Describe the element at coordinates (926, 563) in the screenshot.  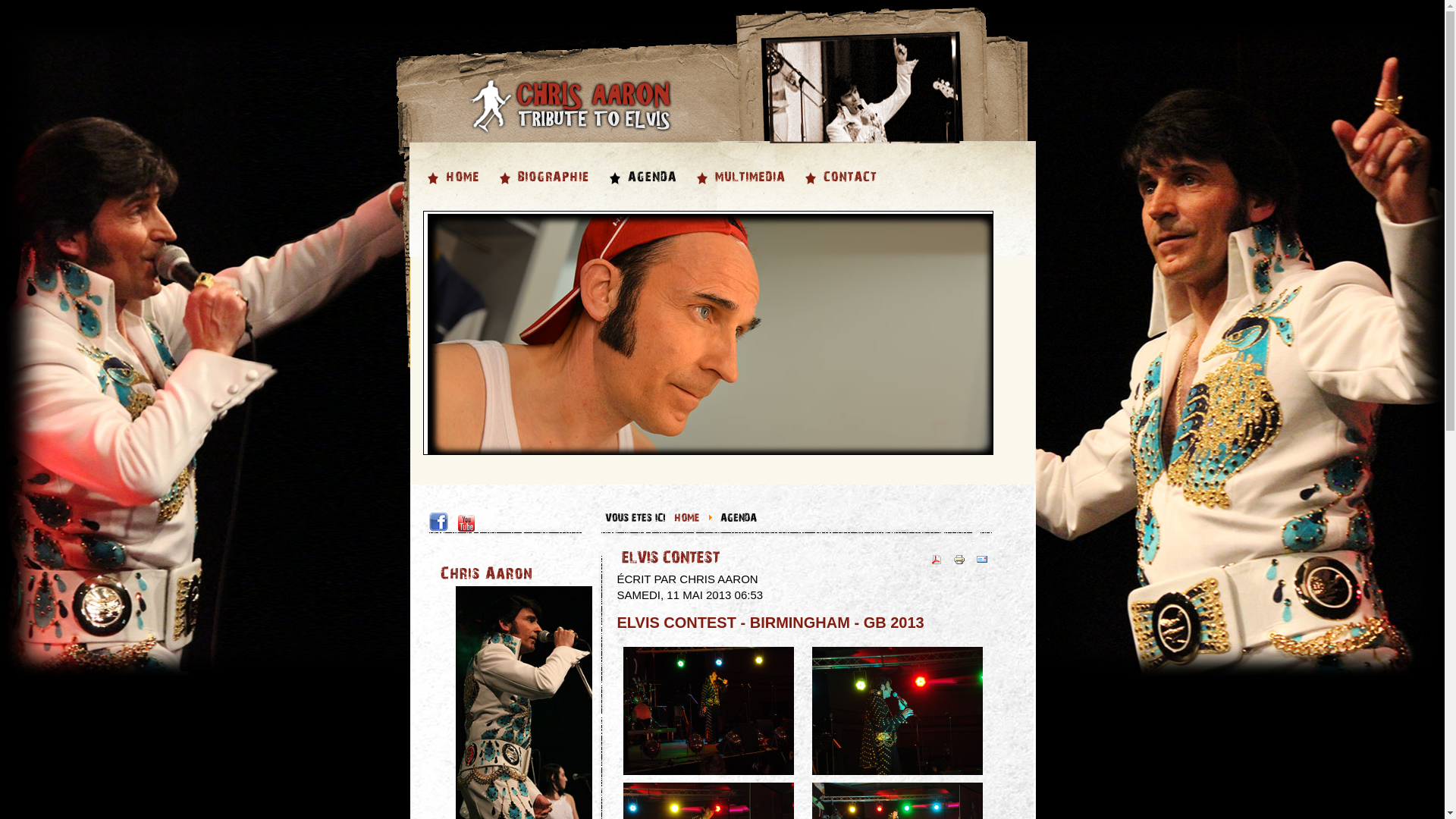
I see `'PDF'` at that location.